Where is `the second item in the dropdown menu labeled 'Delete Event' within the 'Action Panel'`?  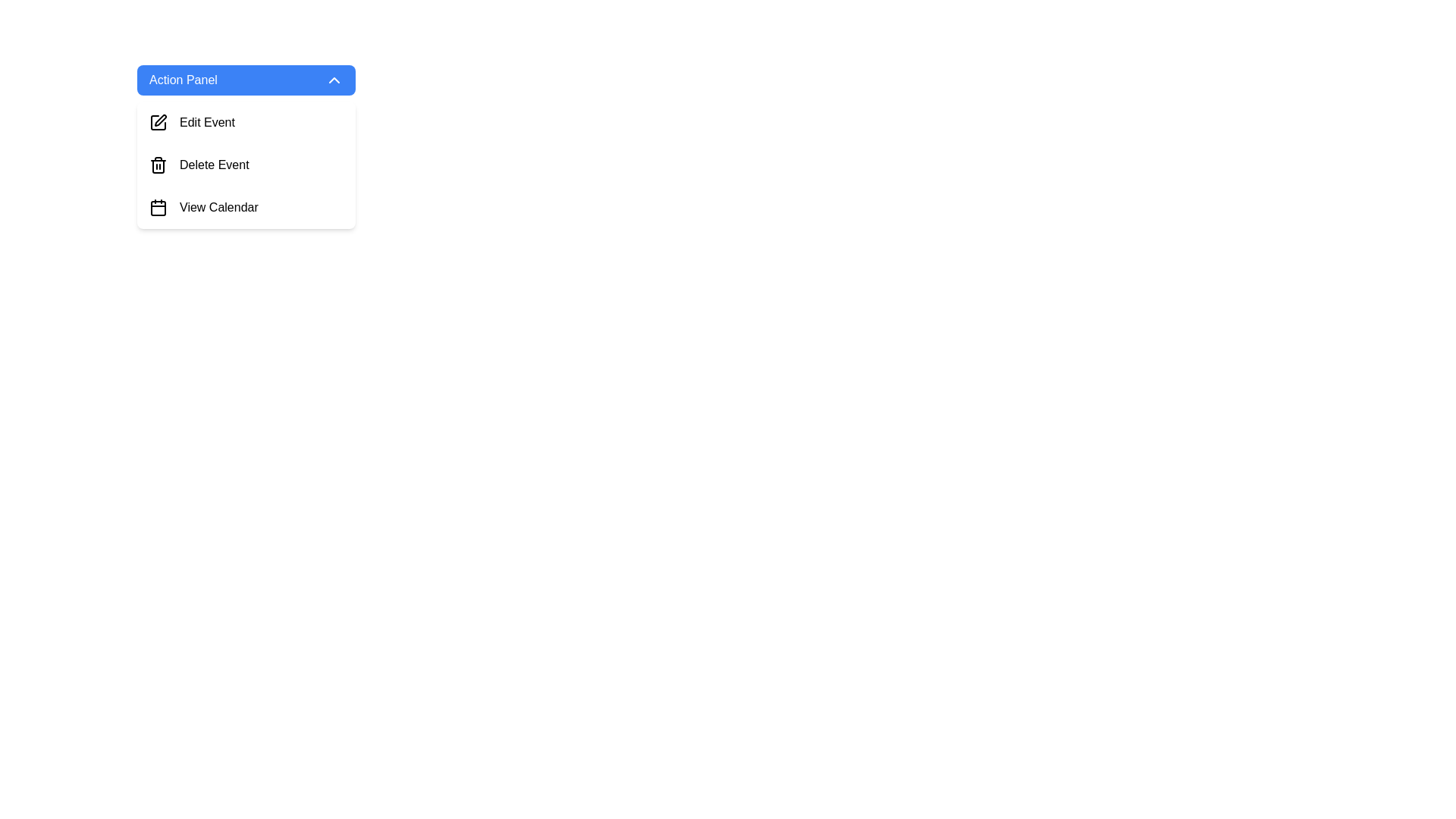 the second item in the dropdown menu labeled 'Delete Event' within the 'Action Panel' is located at coordinates (246, 146).